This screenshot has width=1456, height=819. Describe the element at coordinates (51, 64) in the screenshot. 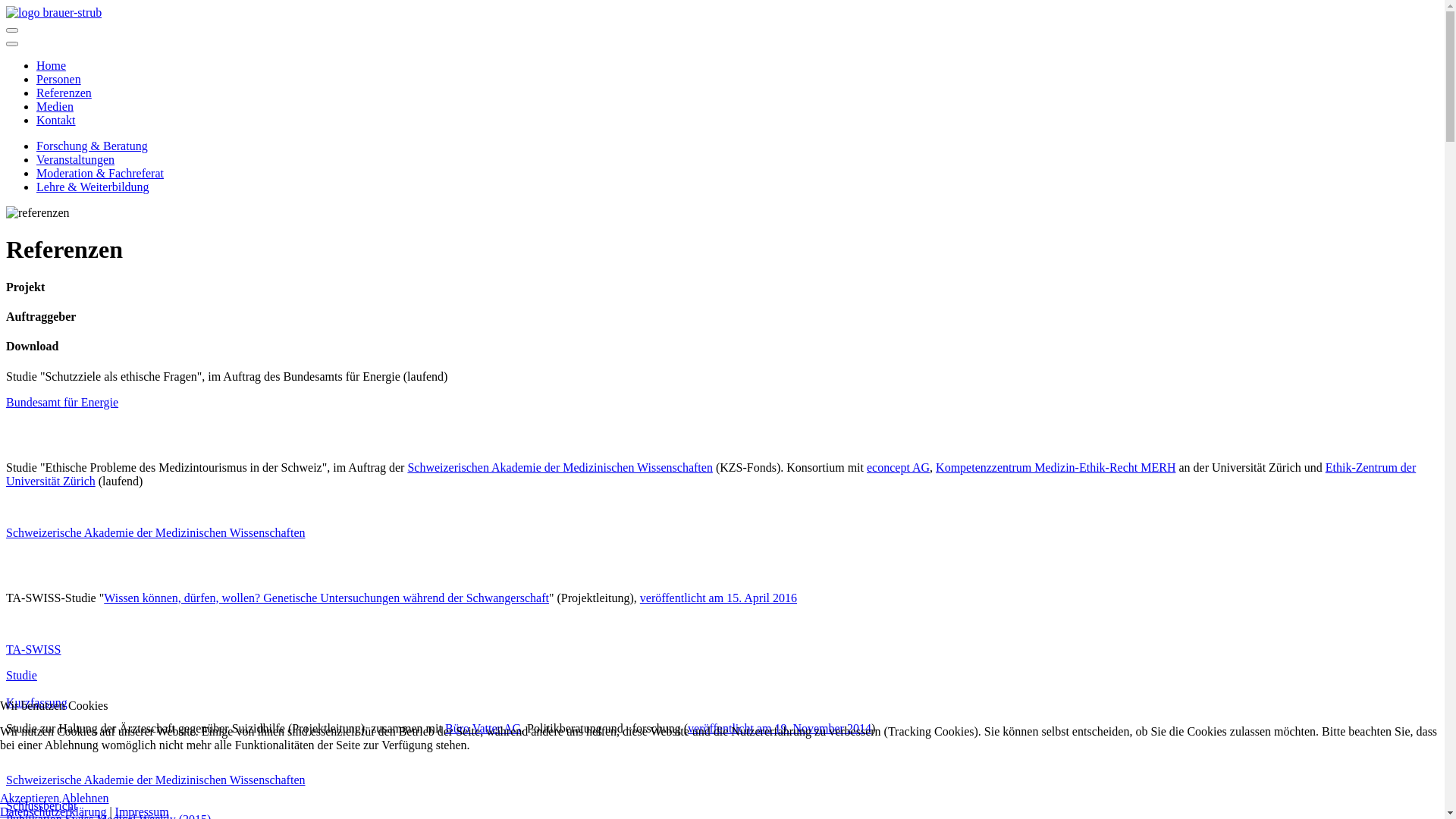

I see `'Home'` at that location.